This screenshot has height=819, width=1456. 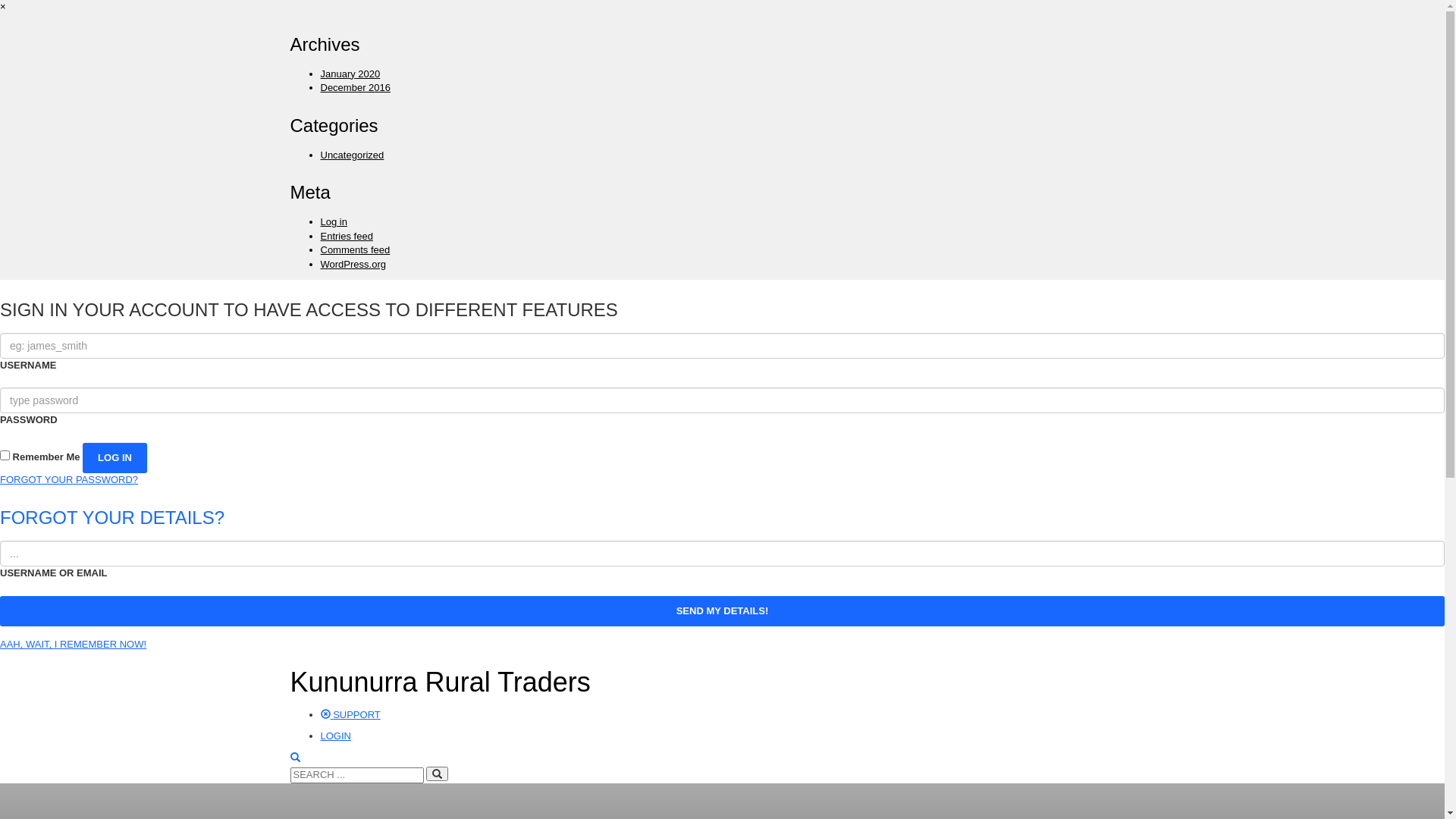 What do you see at coordinates (332, 221) in the screenshot?
I see `'Log in'` at bounding box center [332, 221].